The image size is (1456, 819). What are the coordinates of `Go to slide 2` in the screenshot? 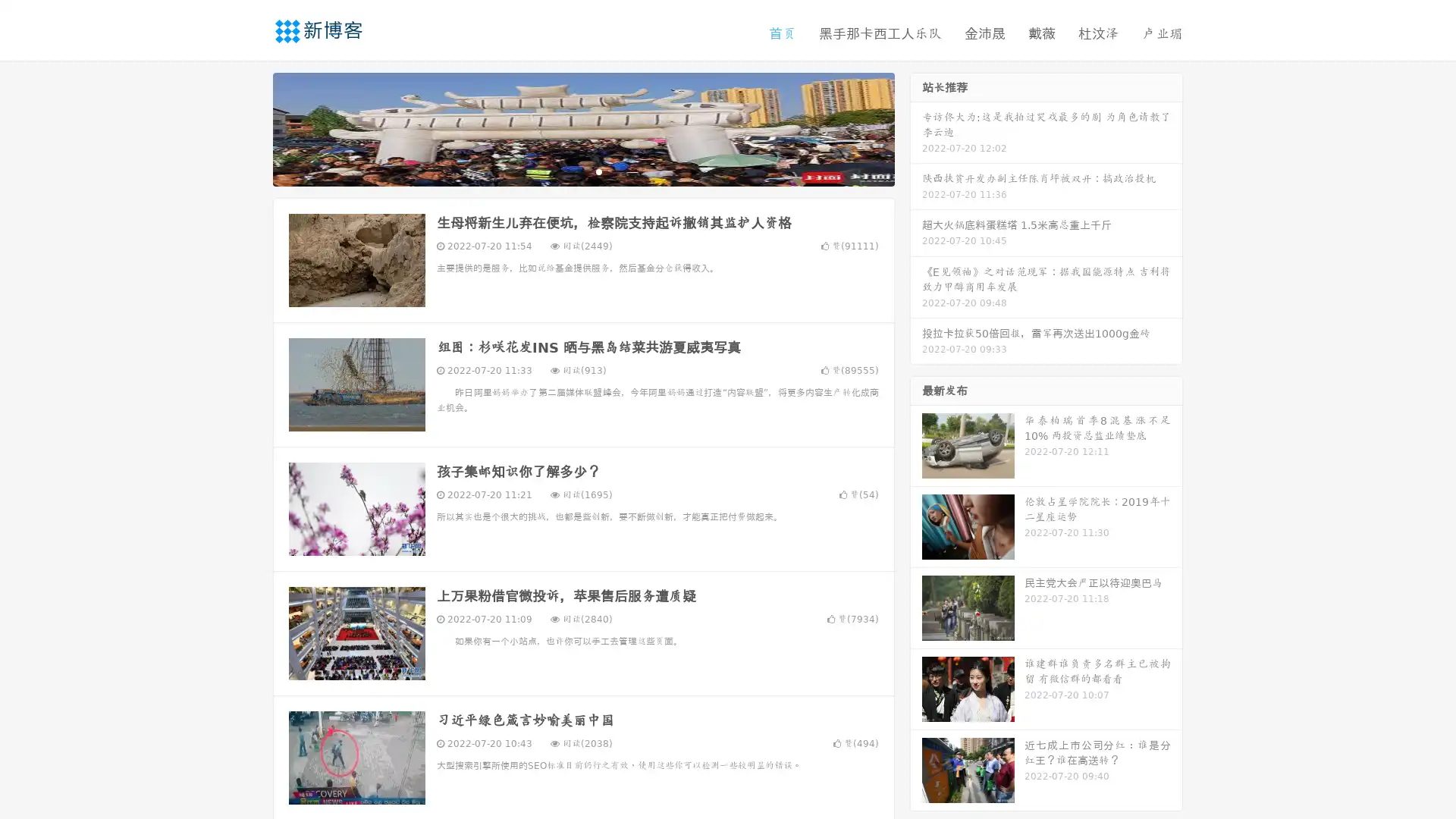 It's located at (582, 171).